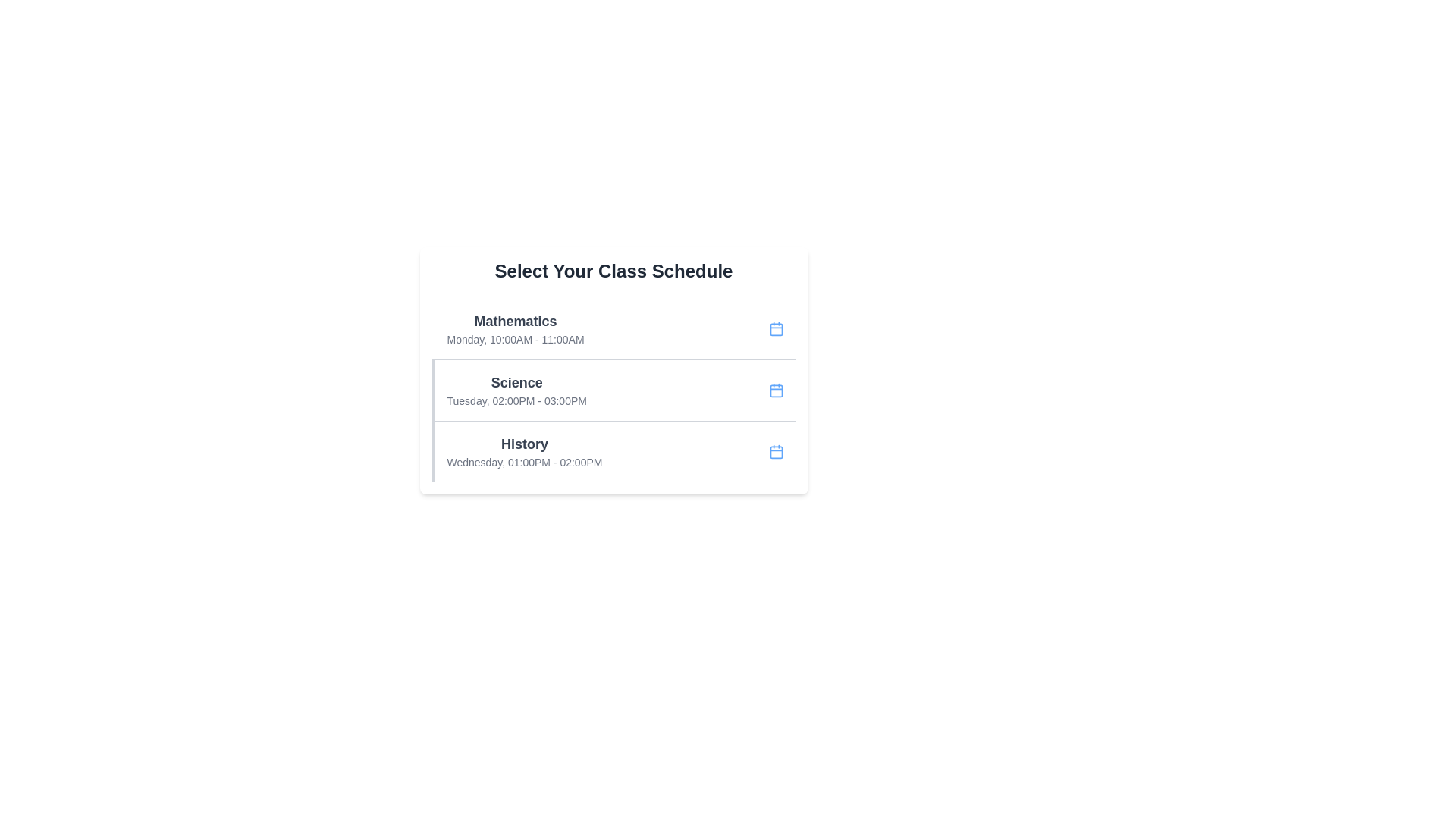 This screenshot has height=819, width=1456. What do you see at coordinates (516, 338) in the screenshot?
I see `the text label displaying the schedule time 'Monday, 10:00AM - 11:00AM', which is styled in a smaller font size and gray color, located below the 'Mathematics' title in the schedule list` at bounding box center [516, 338].